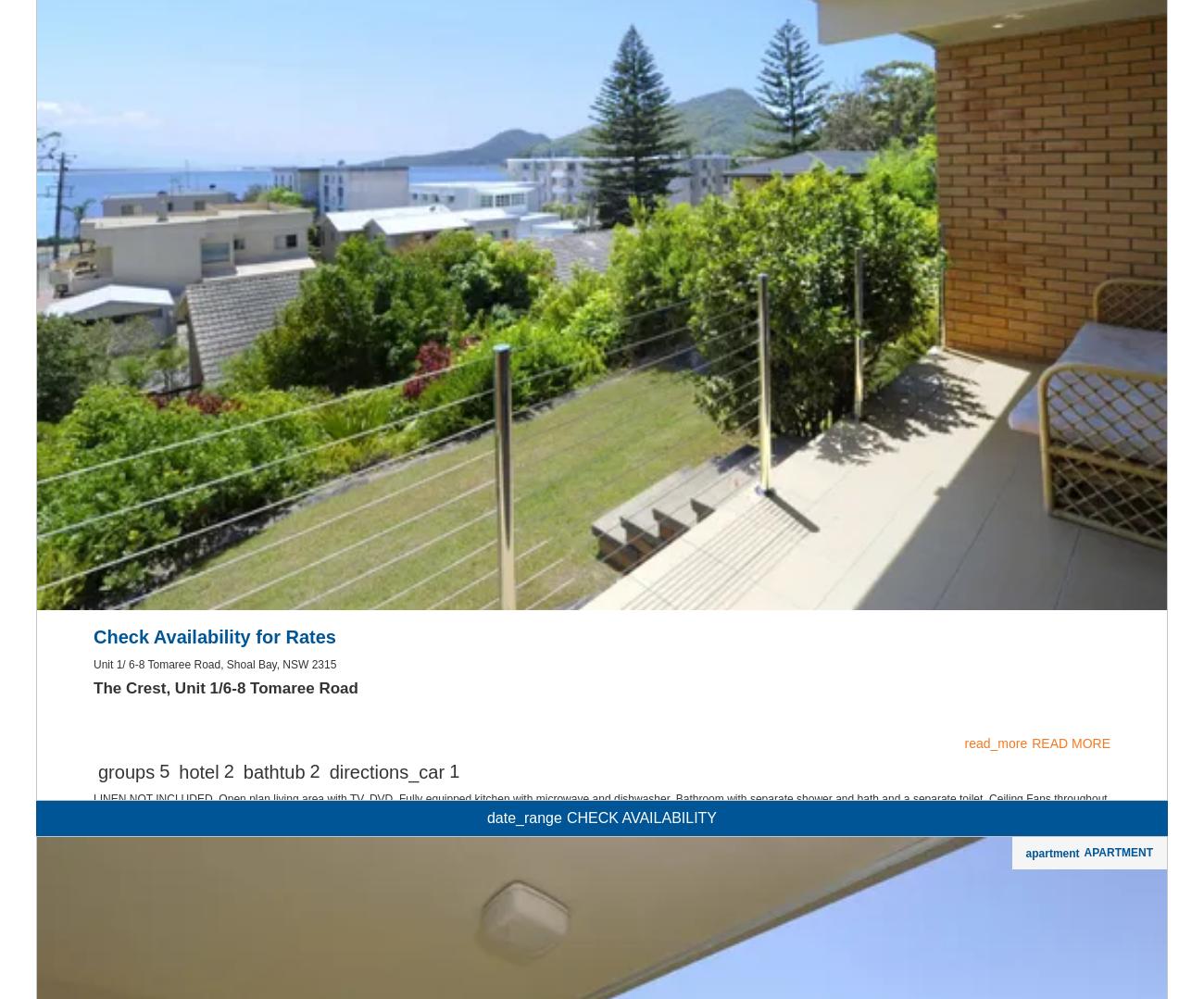  I want to click on 'apartment', so click(1050, 123).